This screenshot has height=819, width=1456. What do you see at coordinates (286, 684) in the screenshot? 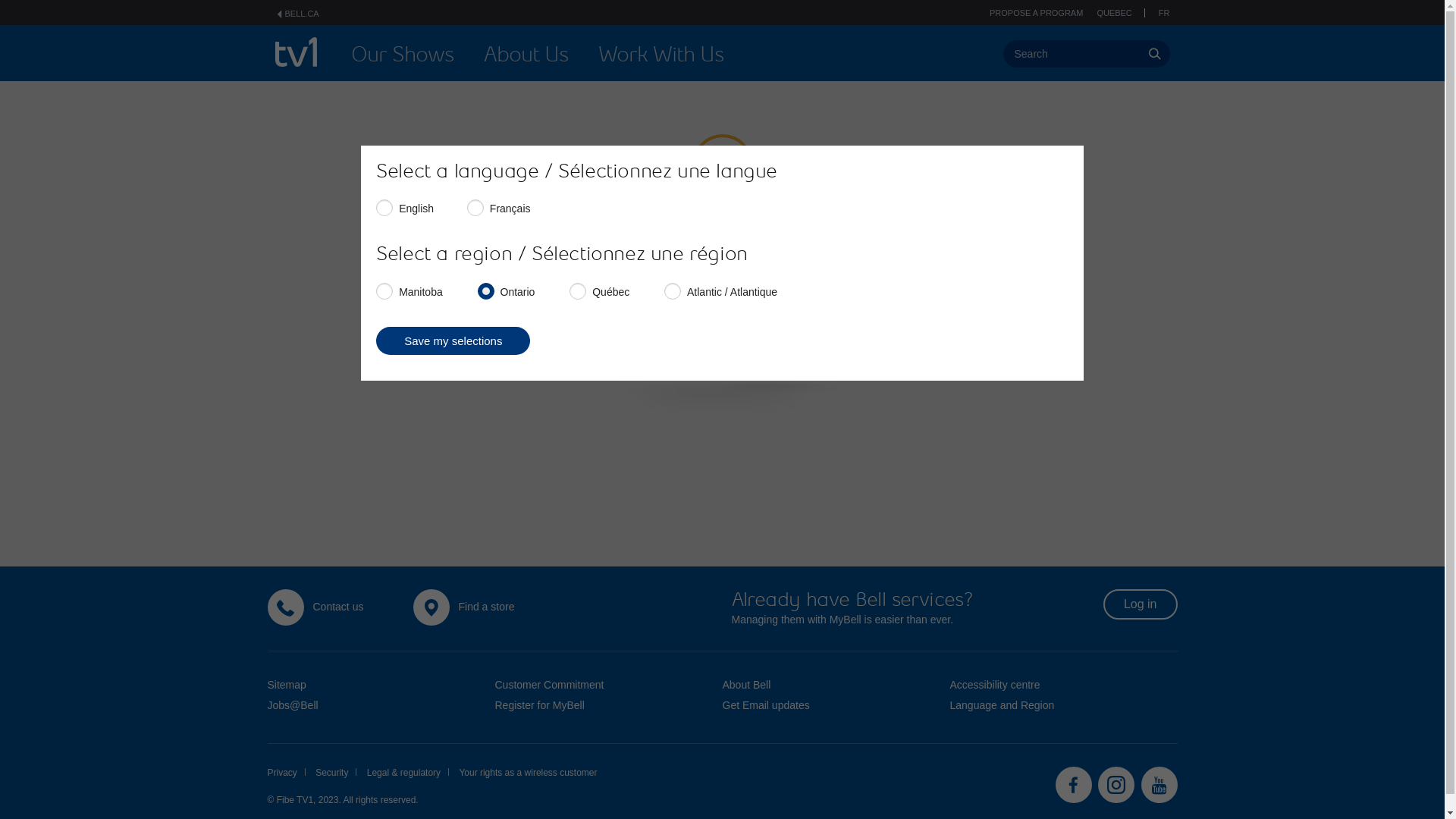
I see `'Sitemap'` at bounding box center [286, 684].